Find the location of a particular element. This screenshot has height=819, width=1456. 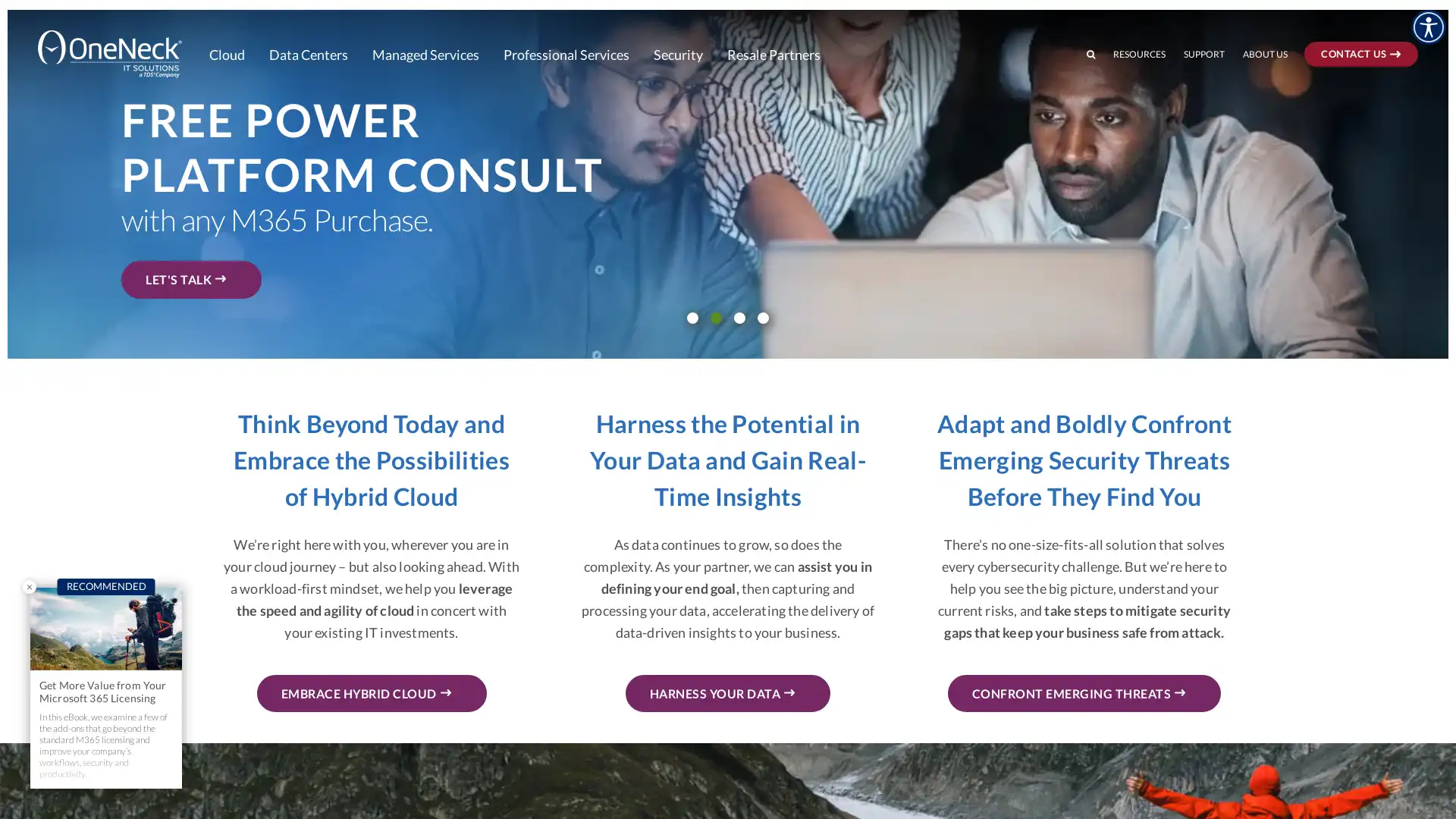

GET THE SECURITY TOOLKIT FOR IT LEADERS is located at coordinates (294, 255).